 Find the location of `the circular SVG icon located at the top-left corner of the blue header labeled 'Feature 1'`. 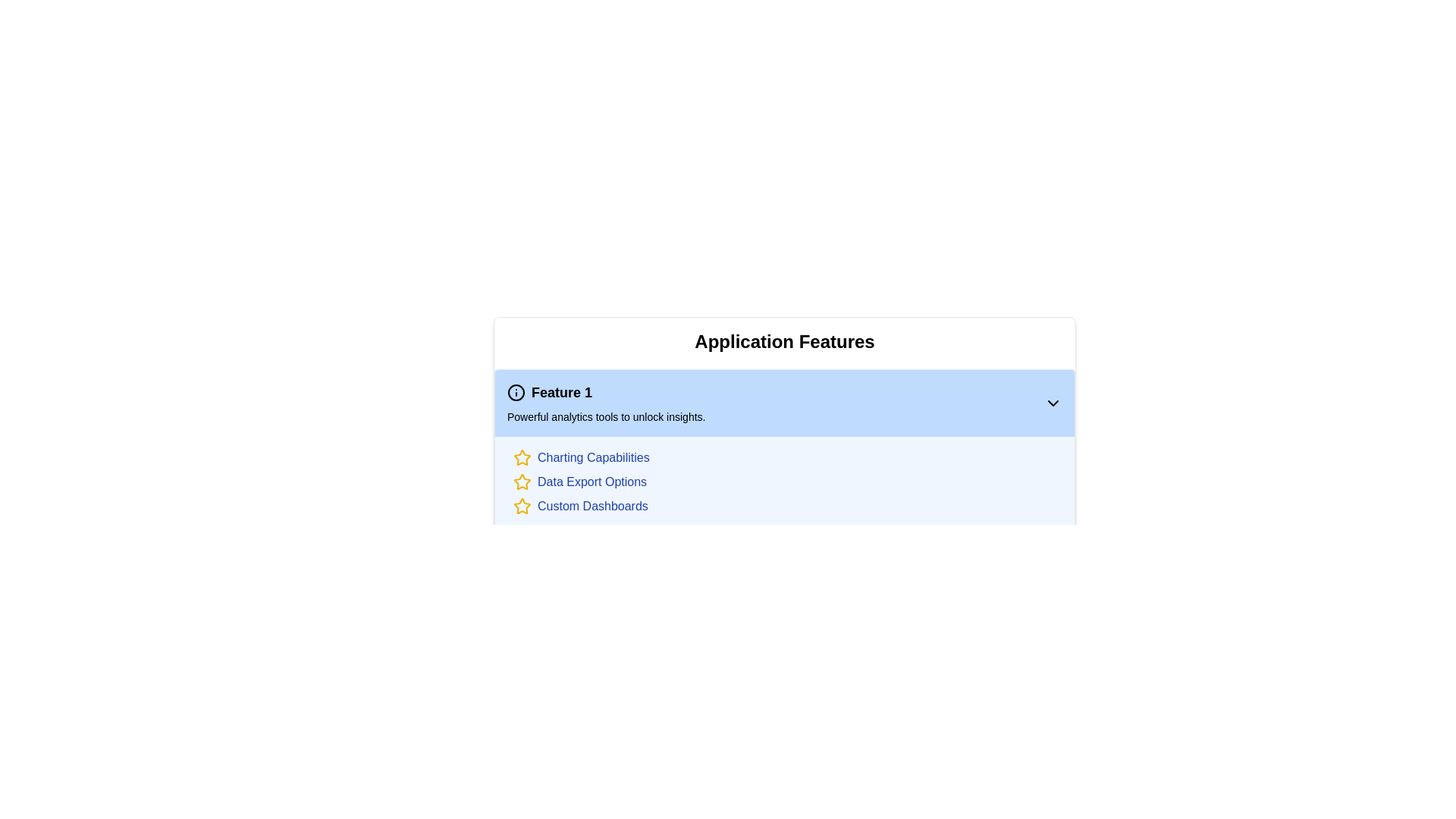

the circular SVG icon located at the top-left corner of the blue header labeled 'Feature 1' is located at coordinates (516, 391).